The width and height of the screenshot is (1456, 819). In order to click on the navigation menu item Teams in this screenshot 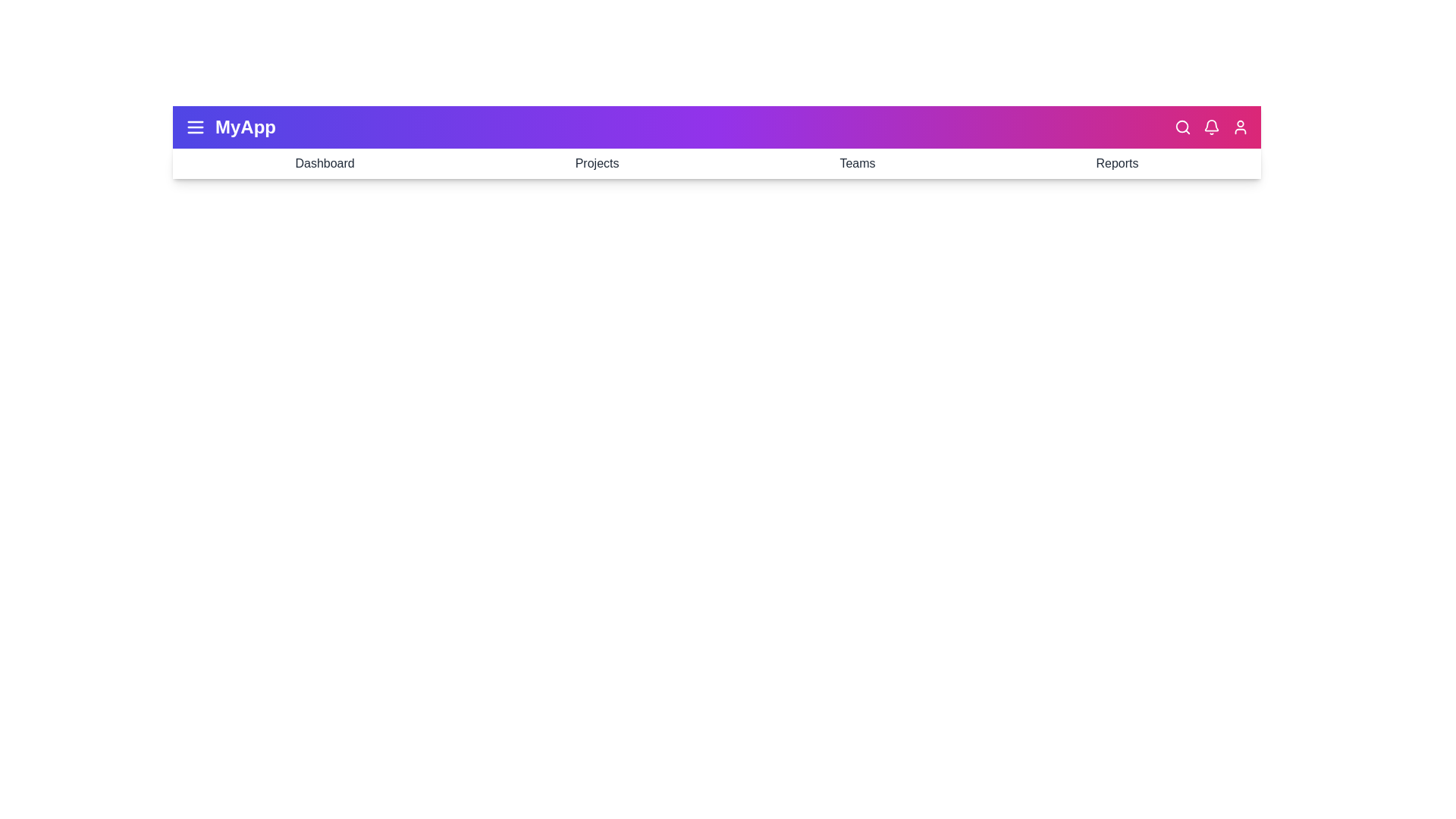, I will do `click(858, 164)`.